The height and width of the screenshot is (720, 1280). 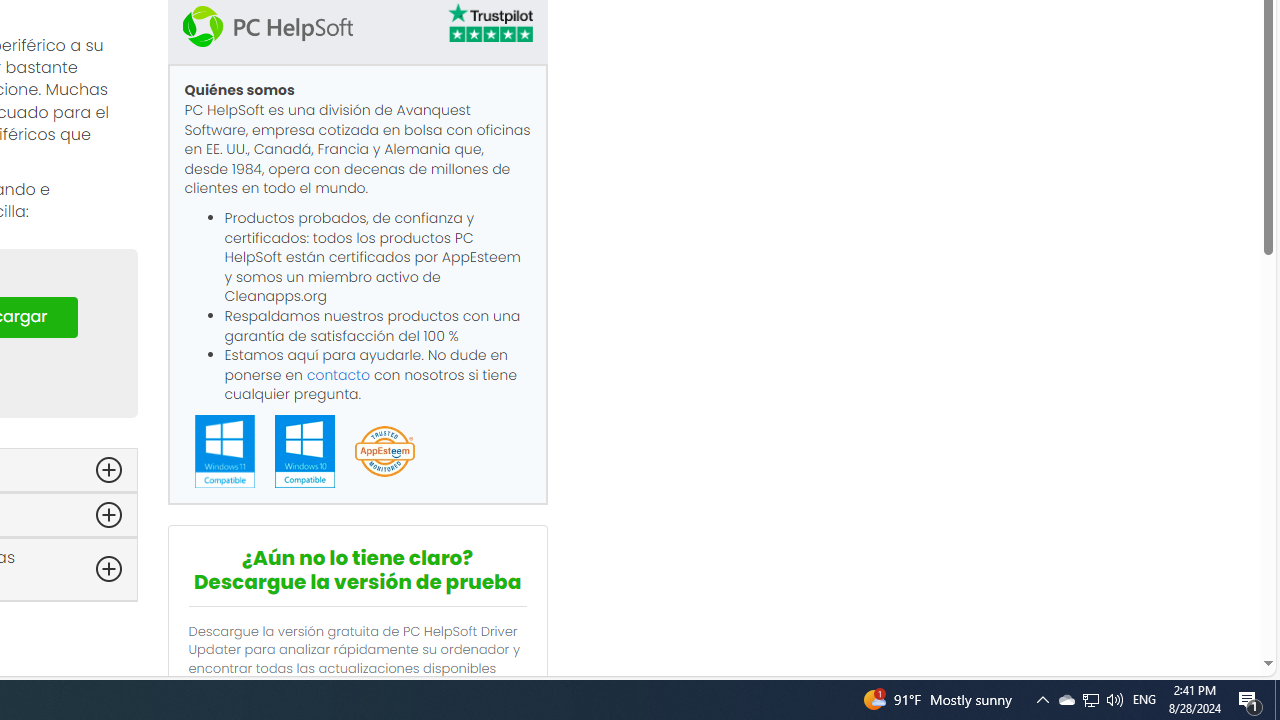 I want to click on 'TrustPilot', so click(x=489, y=23).